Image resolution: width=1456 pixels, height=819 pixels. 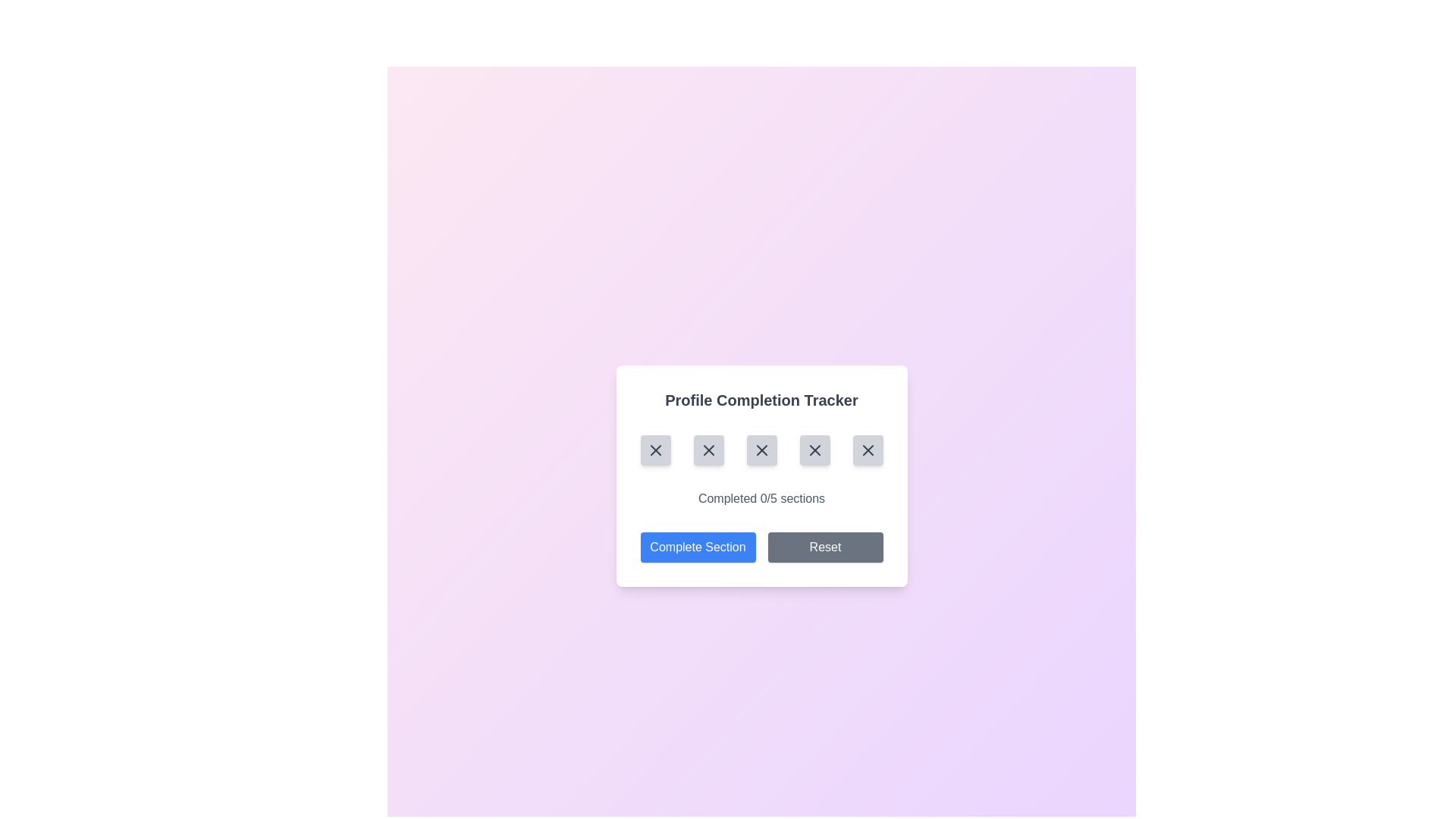 I want to click on the third button from the left in the horizontal row of five buttons, which serves as a status indicator for the profile completion tracker, to interact with it, so click(x=761, y=450).